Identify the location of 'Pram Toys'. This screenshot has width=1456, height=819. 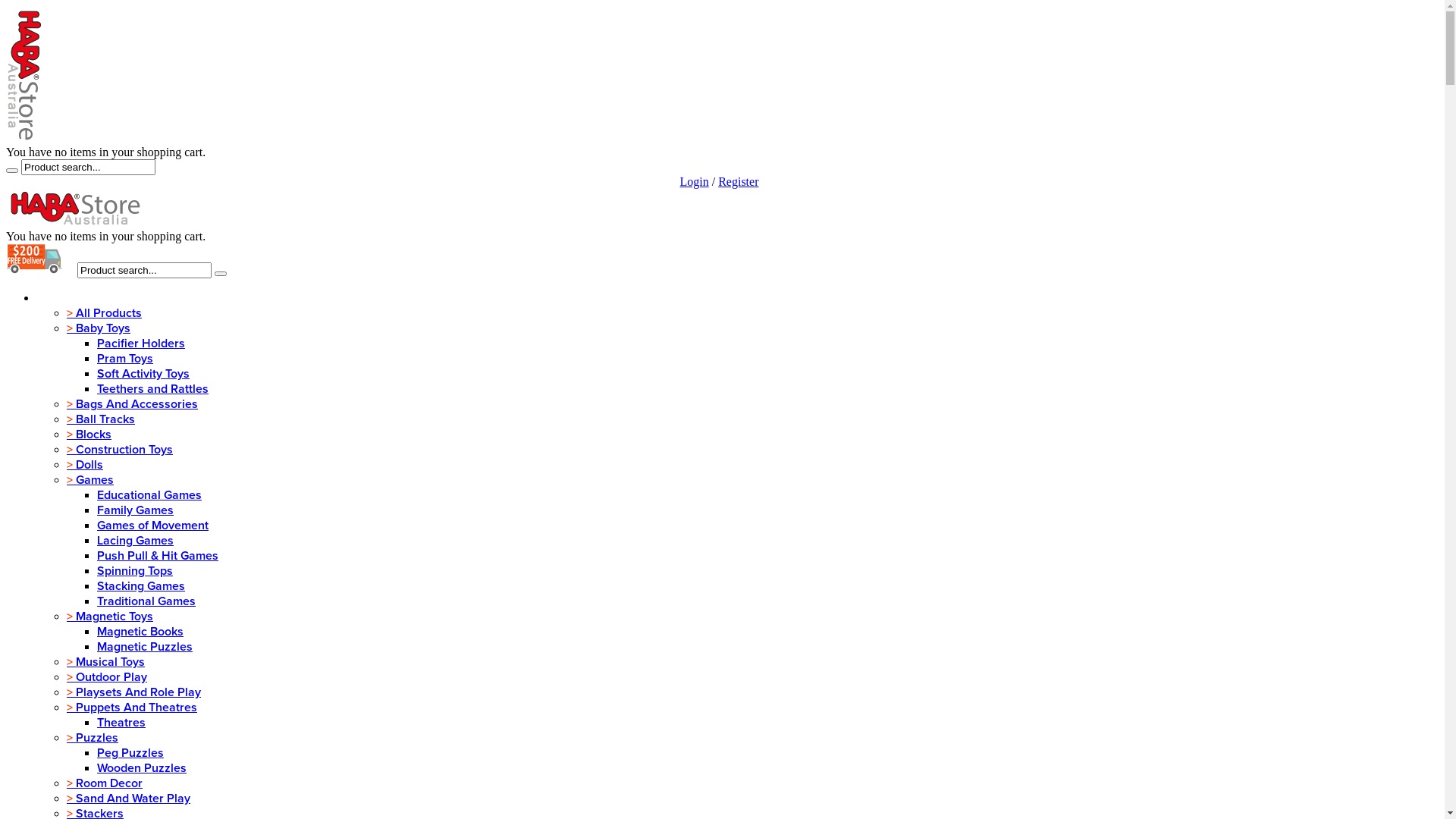
(124, 359).